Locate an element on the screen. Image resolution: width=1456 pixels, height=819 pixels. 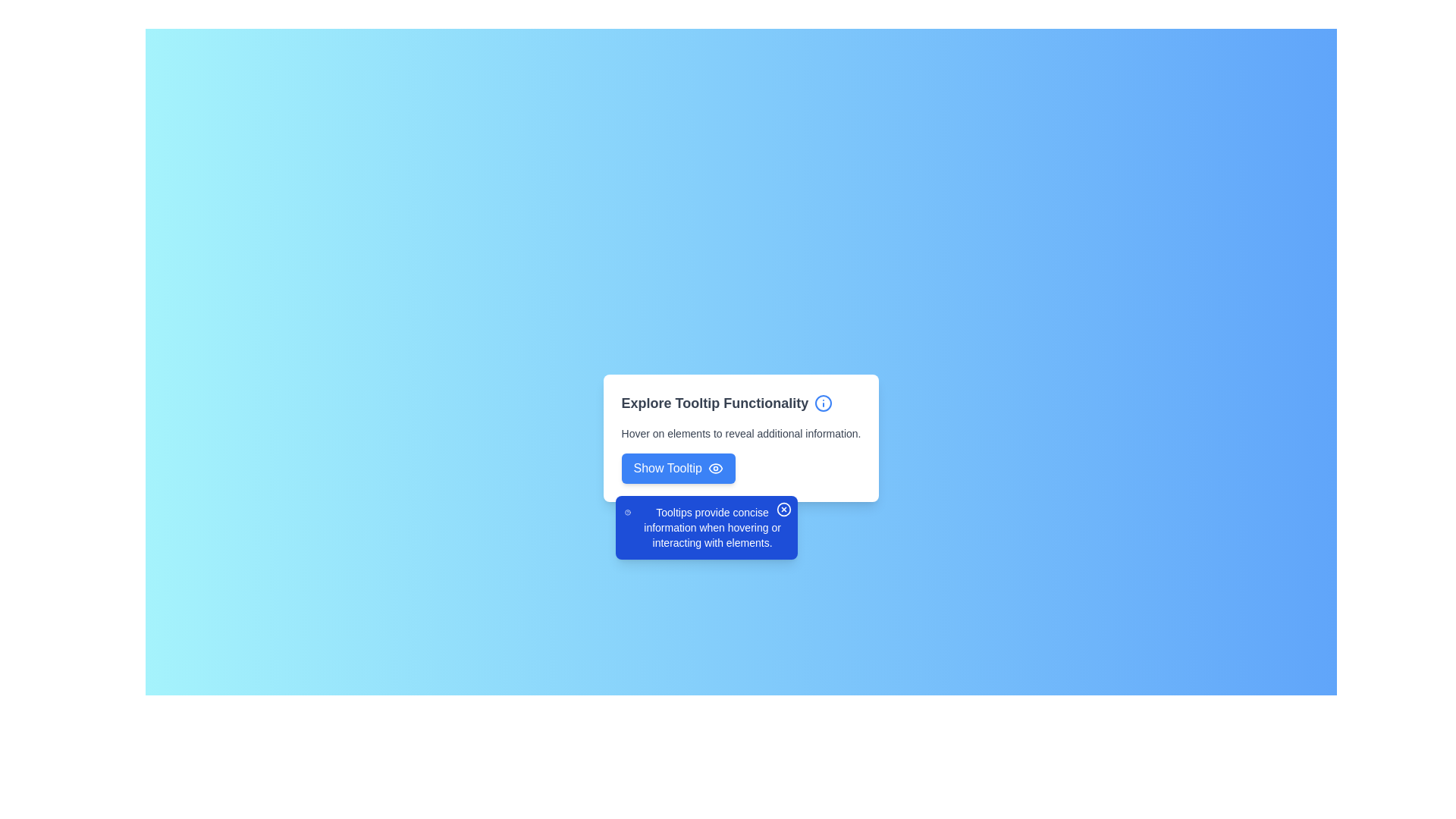
the decorative Circle SVG component that serves as the base of the information icon next to the title text 'Explore Tooltip Functionality' is located at coordinates (823, 403).